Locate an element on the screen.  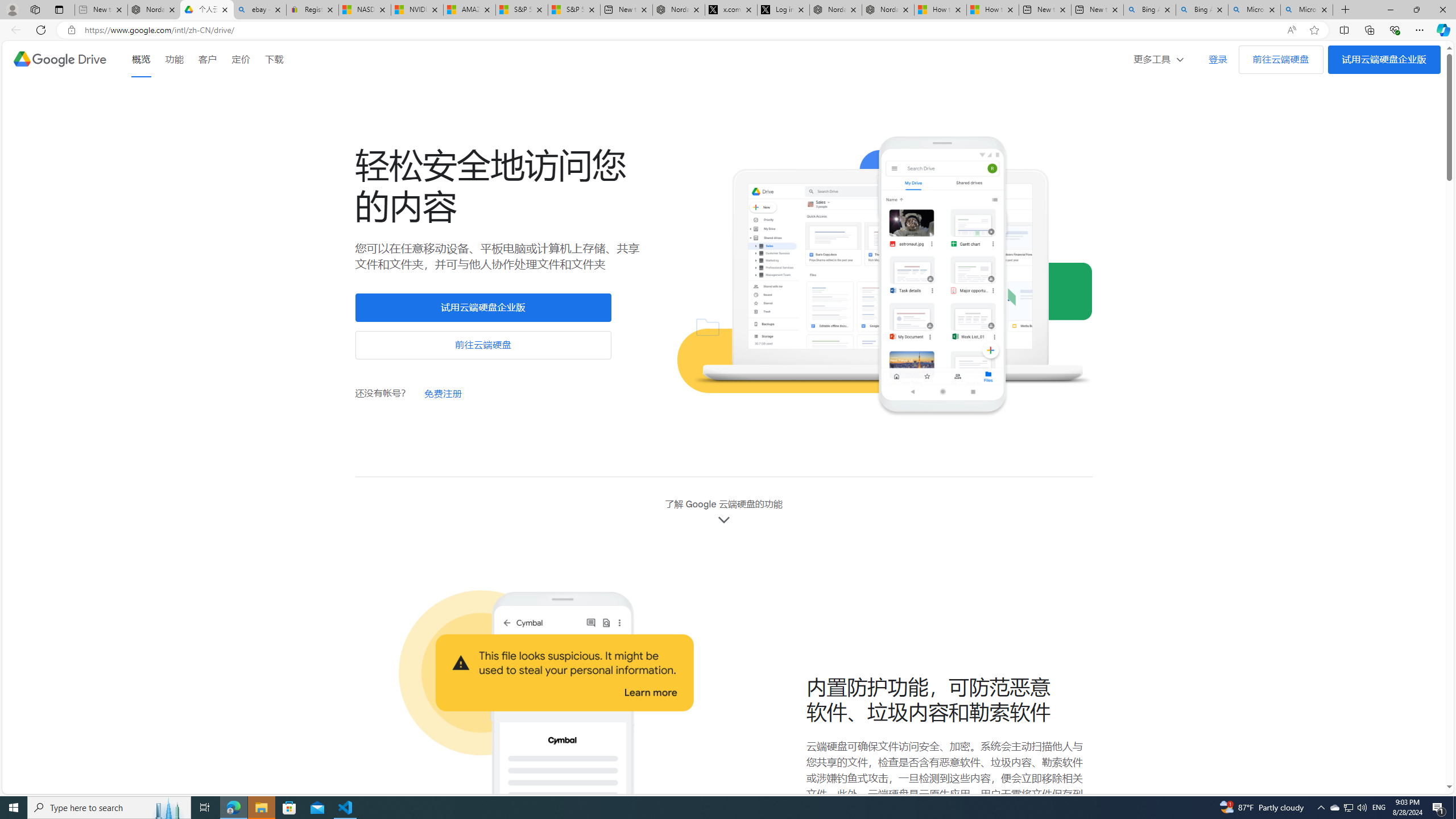
'Google Drive' is located at coordinates (59, 59).